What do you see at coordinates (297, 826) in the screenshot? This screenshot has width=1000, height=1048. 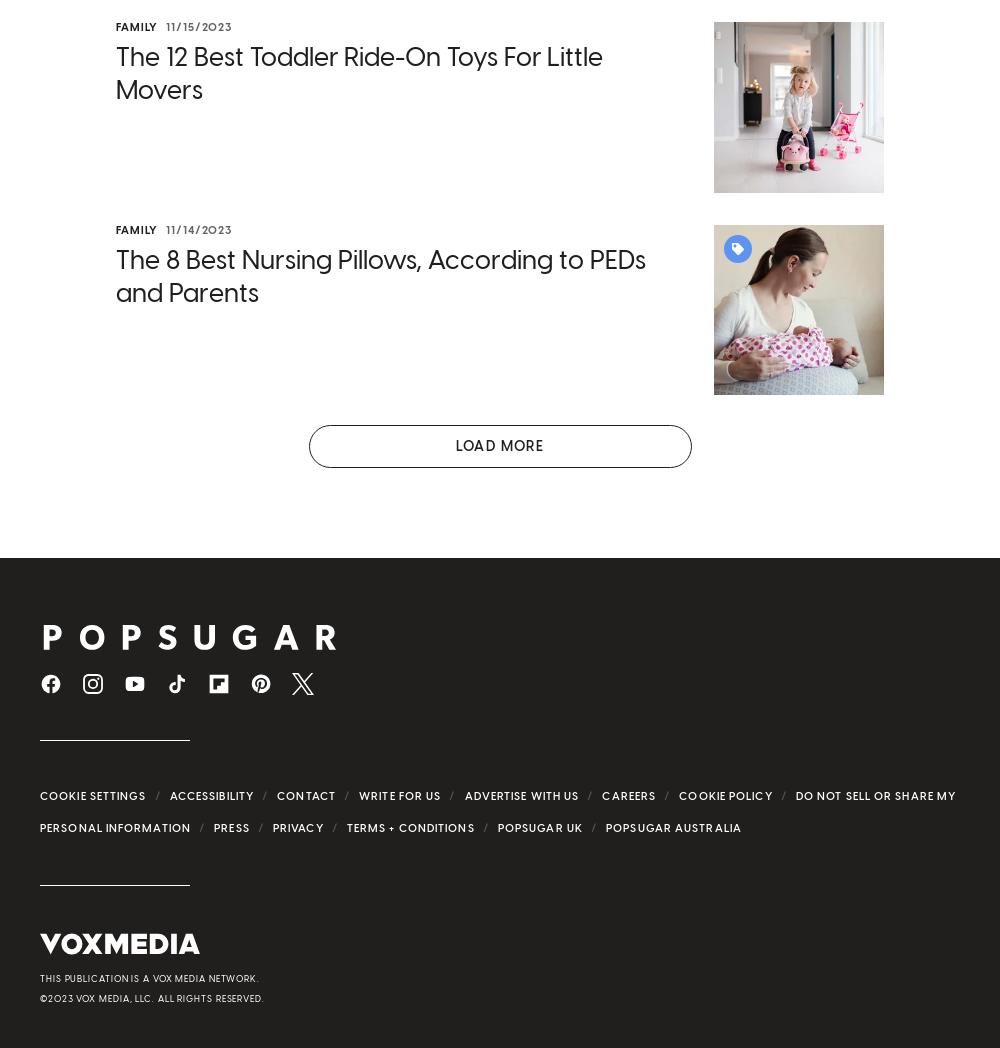 I see `'Privacy'` at bounding box center [297, 826].